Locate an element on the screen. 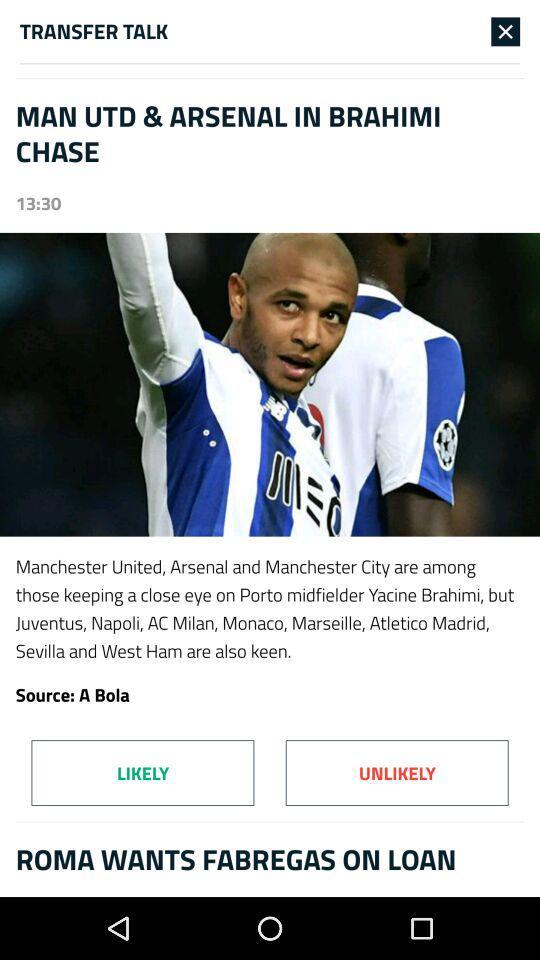  item below the source: a bola item is located at coordinates (397, 772).